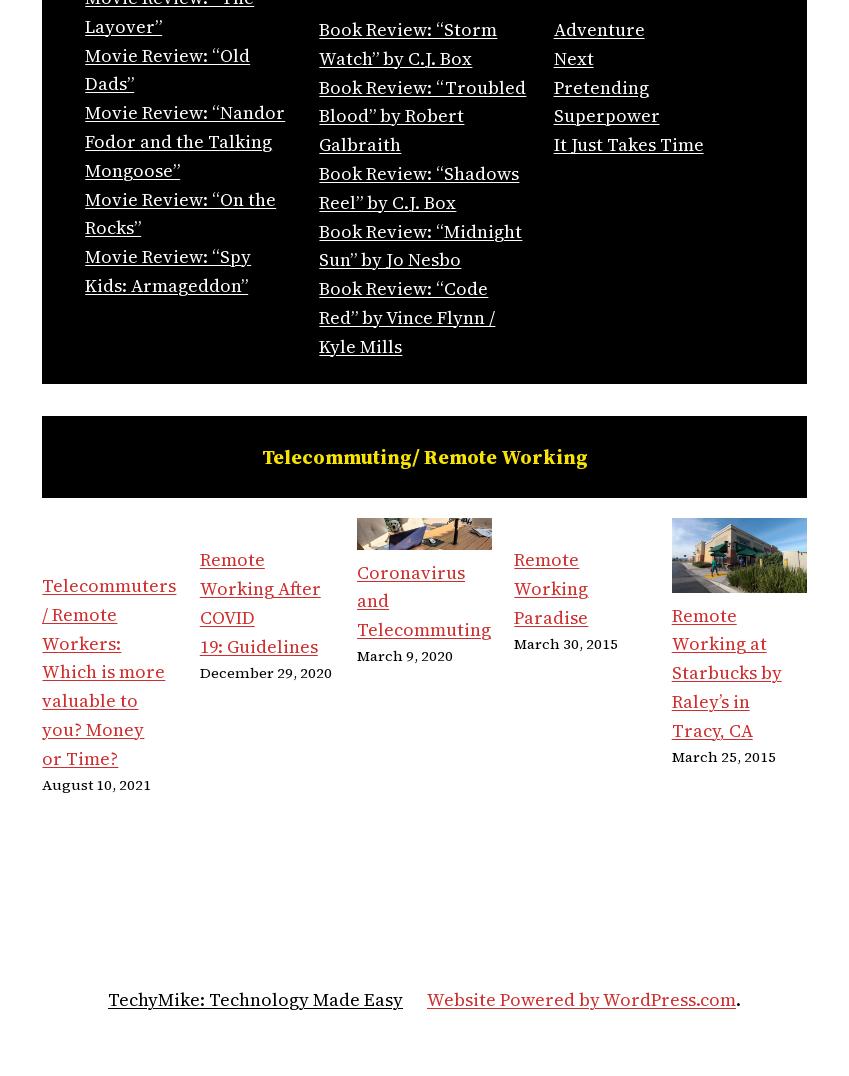 The image size is (849, 1076). Describe the element at coordinates (422, 600) in the screenshot. I see `'Coronavirus and Telecommuting'` at that location.